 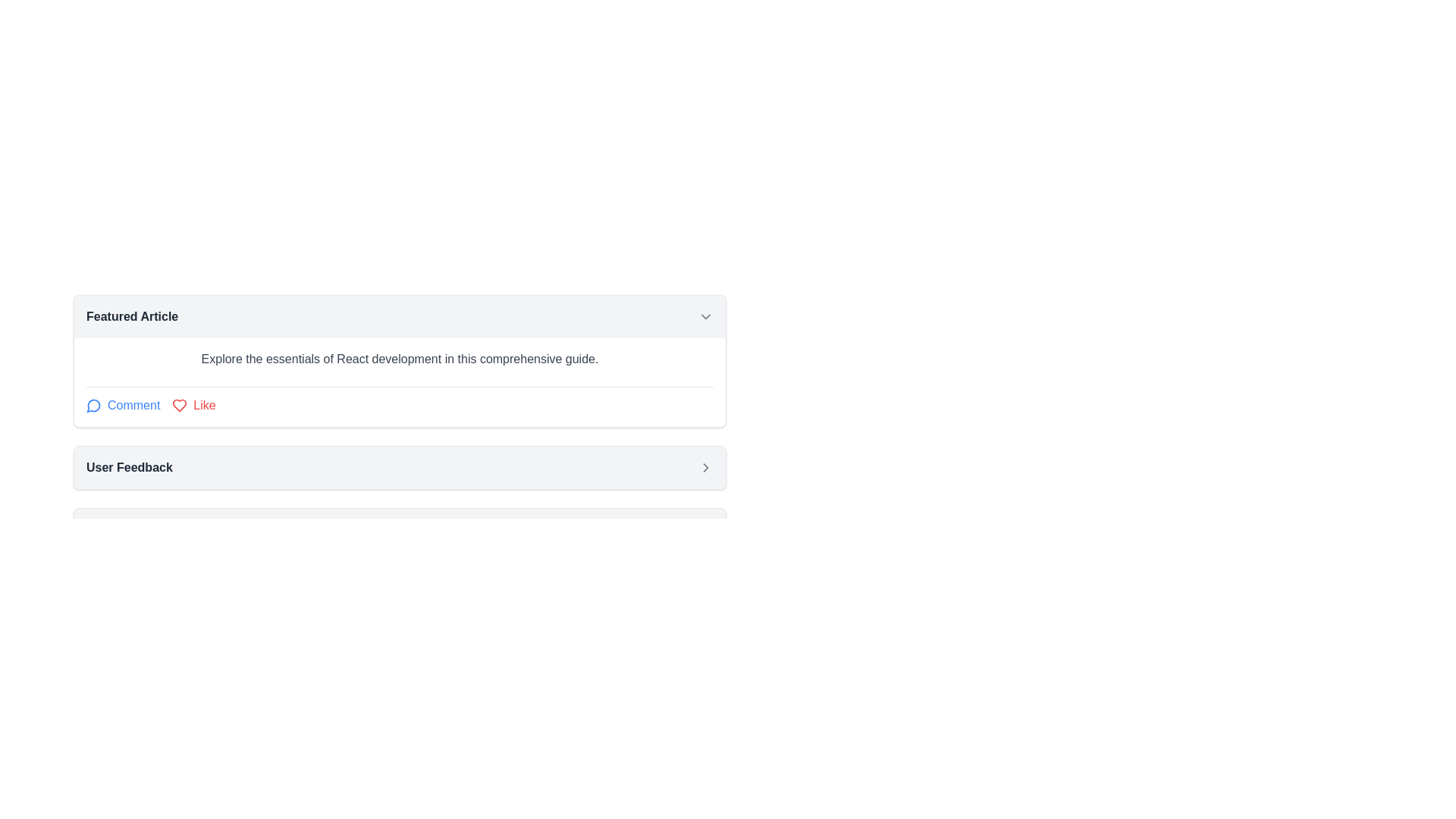 What do you see at coordinates (400, 359) in the screenshot?
I see `descriptive text block located under the 'Featured Article' section, which serves as an introduction to the article content` at bounding box center [400, 359].